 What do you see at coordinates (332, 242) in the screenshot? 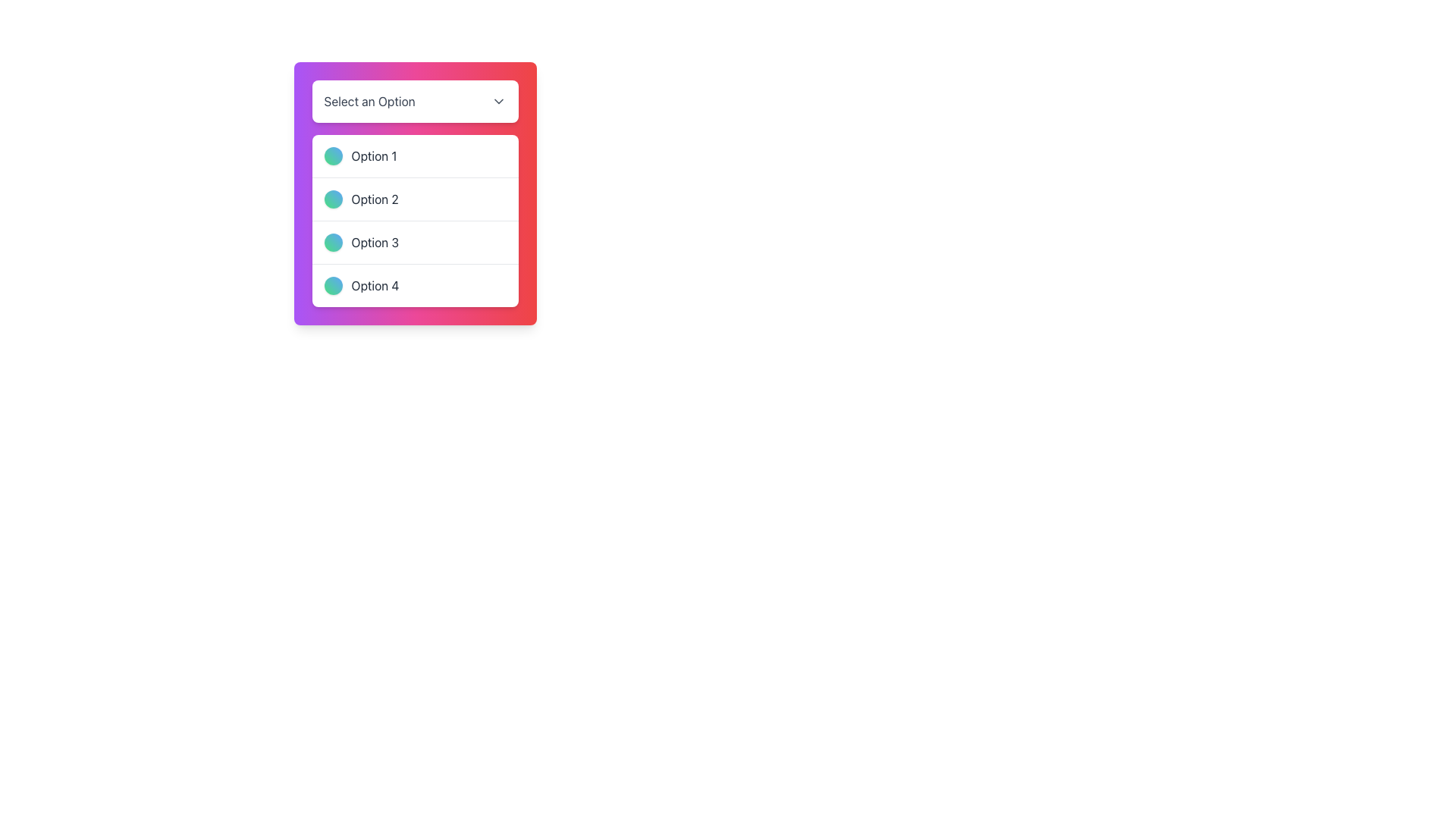
I see `the circular gradient icon located to the left of the text label 'Option 3', which is the third item in a vertical list under a dropdown menu` at bounding box center [332, 242].